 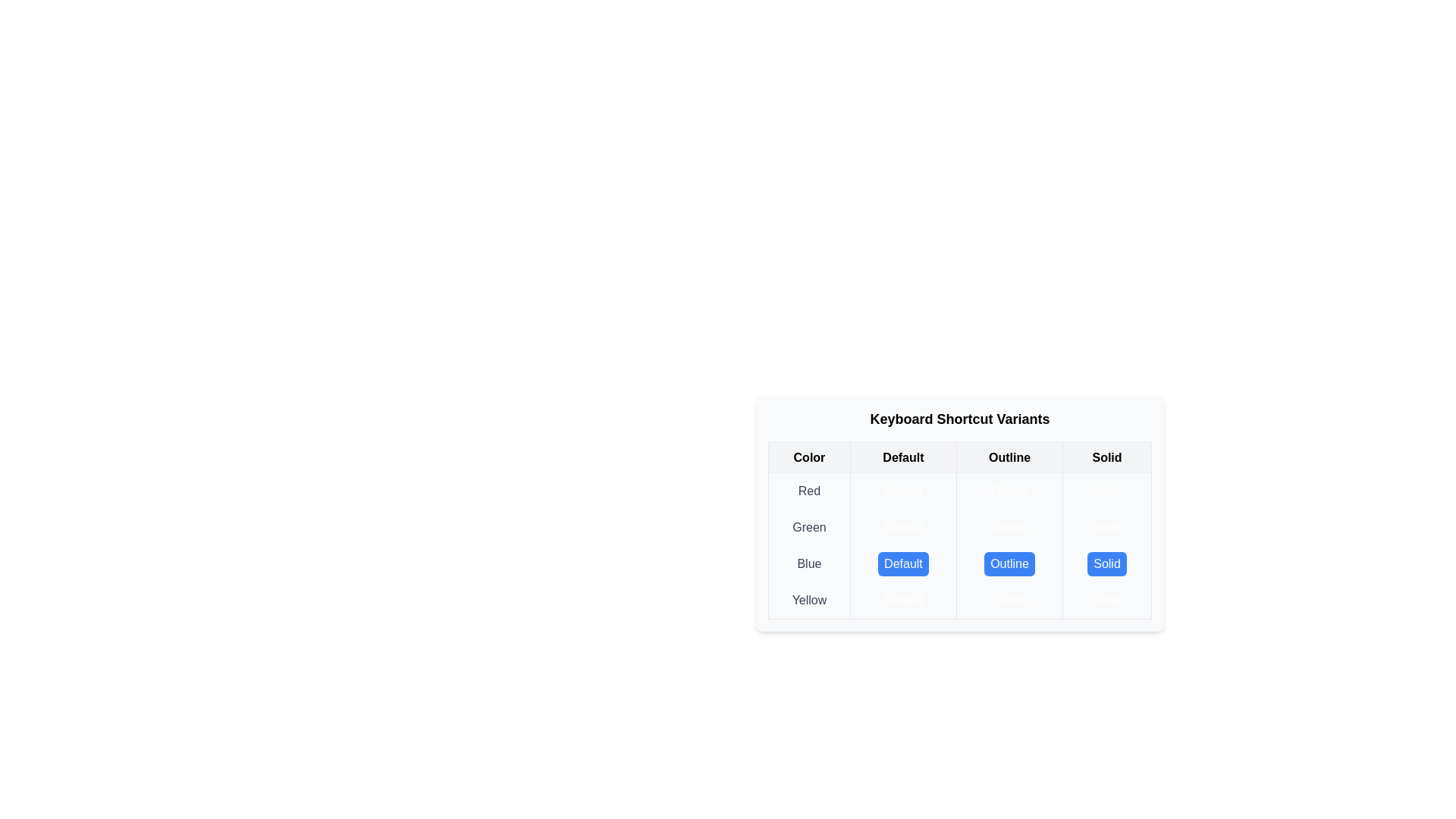 I want to click on text from the 'Outline' label, which is the third column header under 'Keyboard Shortcut Variants' in a table-like structure, so click(x=1009, y=457).